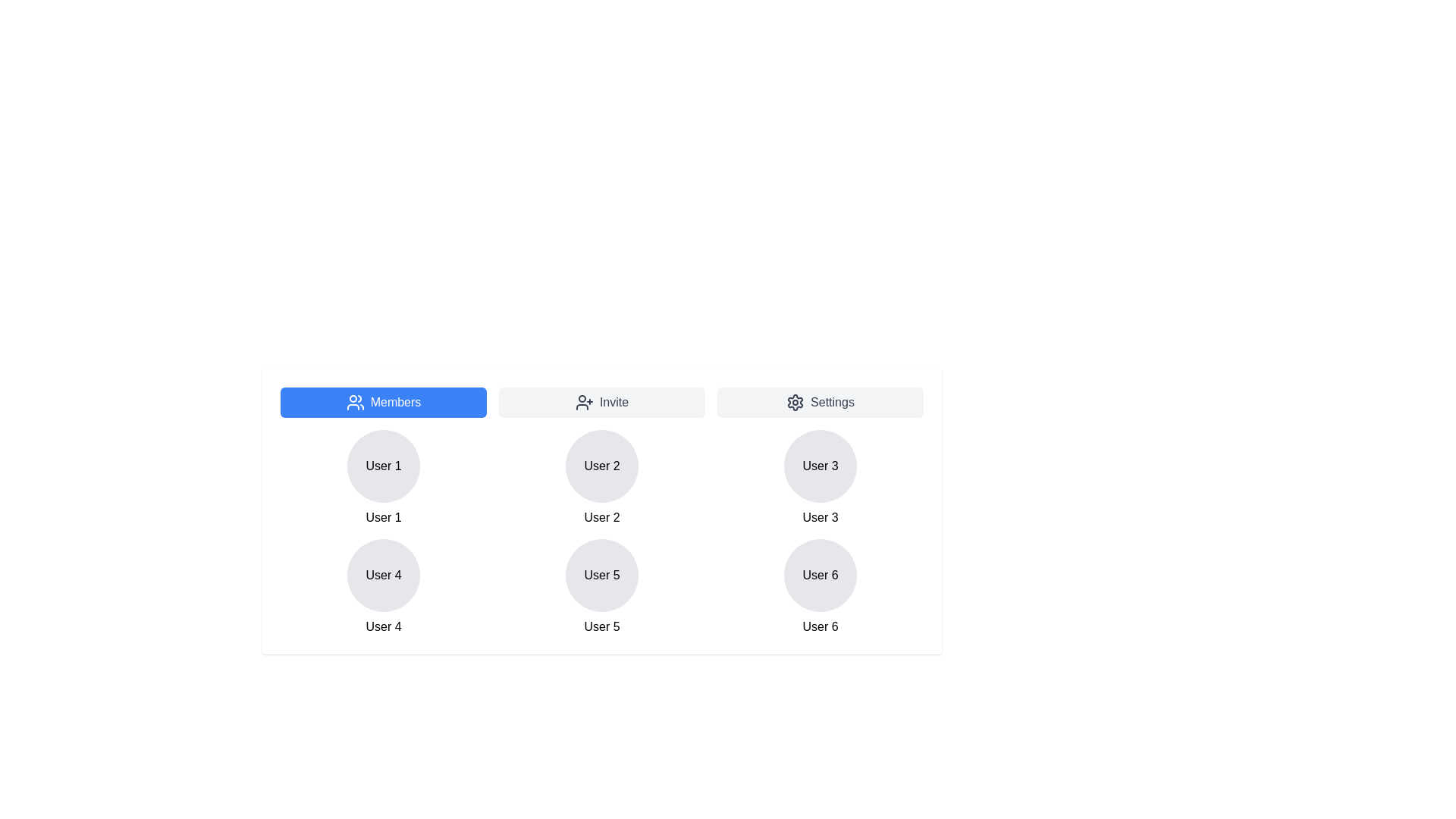  Describe the element at coordinates (383, 626) in the screenshot. I see `the text label identifying 'User 4' in the Members group` at that location.